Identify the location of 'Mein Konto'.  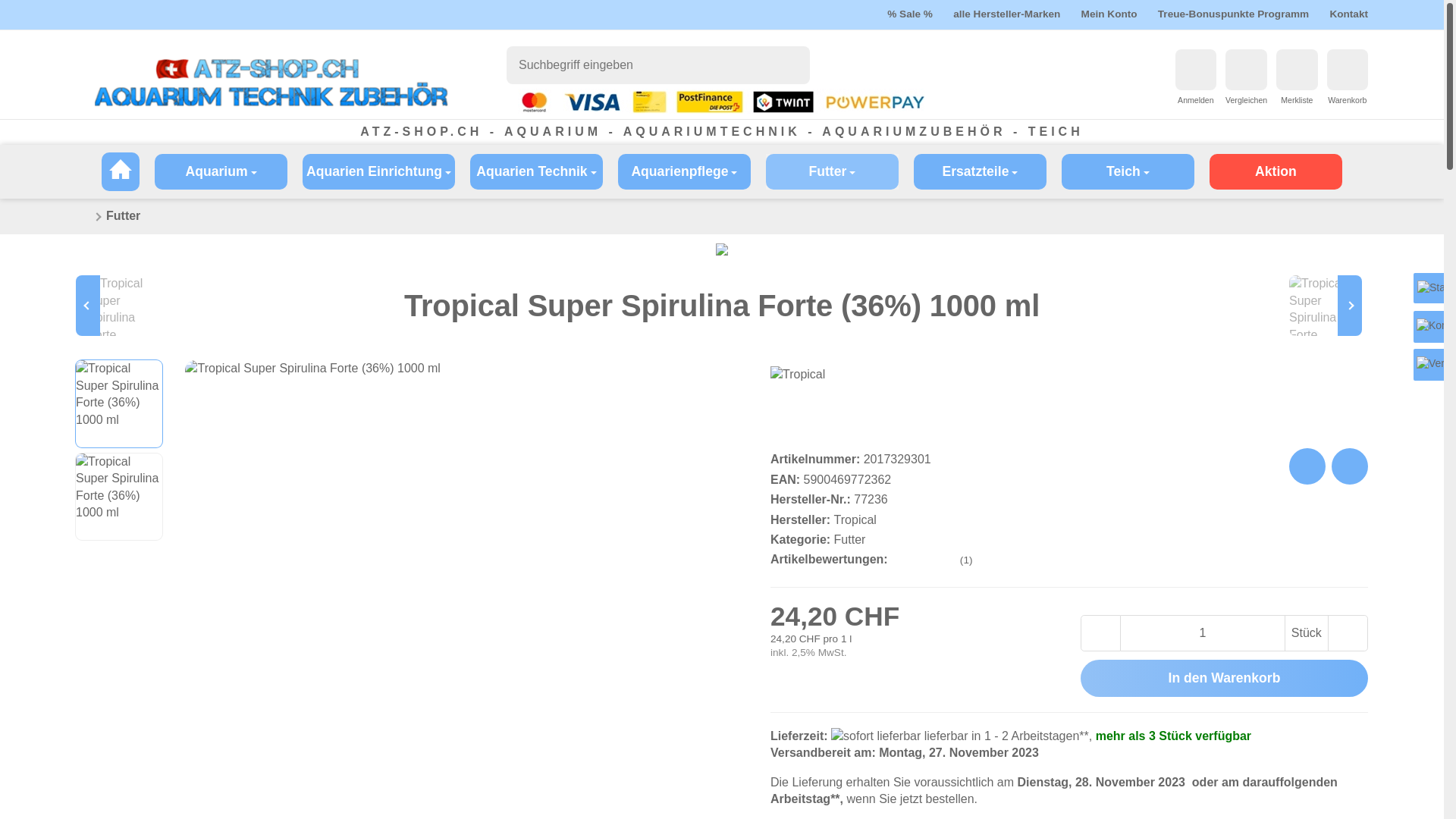
(1109, 14).